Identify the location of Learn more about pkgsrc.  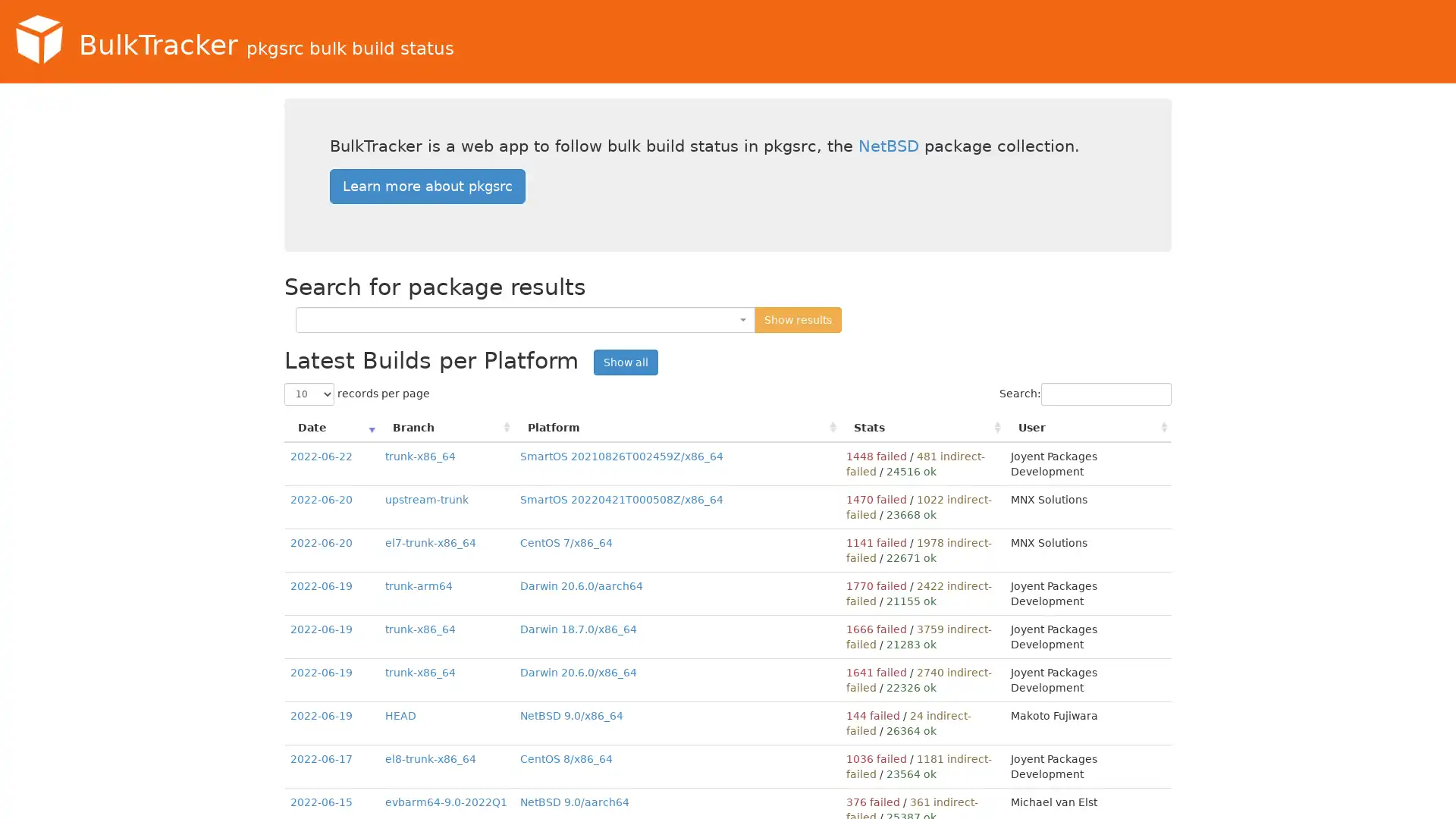
(427, 185).